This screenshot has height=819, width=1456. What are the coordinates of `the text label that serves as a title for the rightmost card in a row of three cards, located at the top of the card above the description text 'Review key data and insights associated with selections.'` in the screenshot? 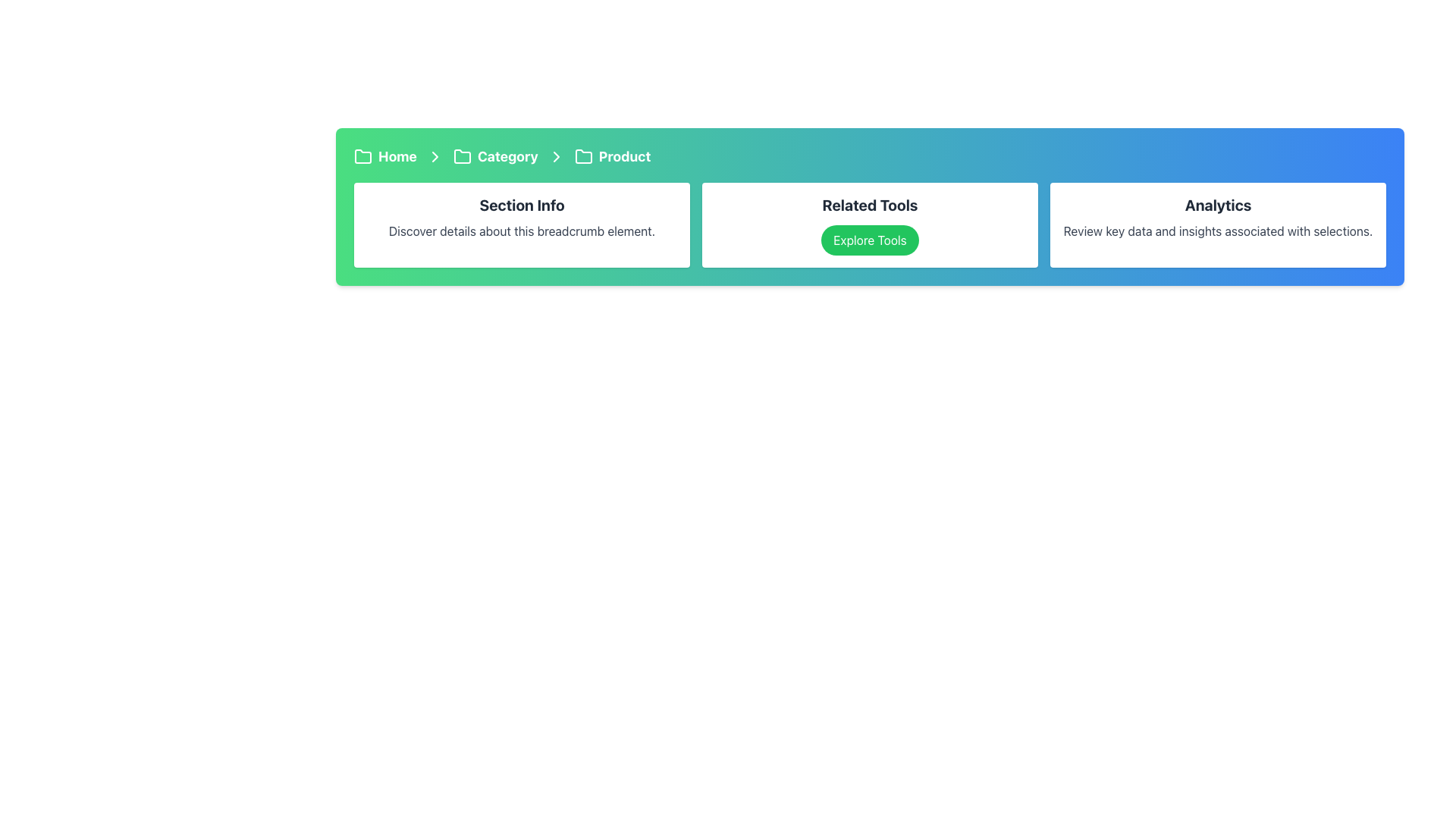 It's located at (1218, 205).